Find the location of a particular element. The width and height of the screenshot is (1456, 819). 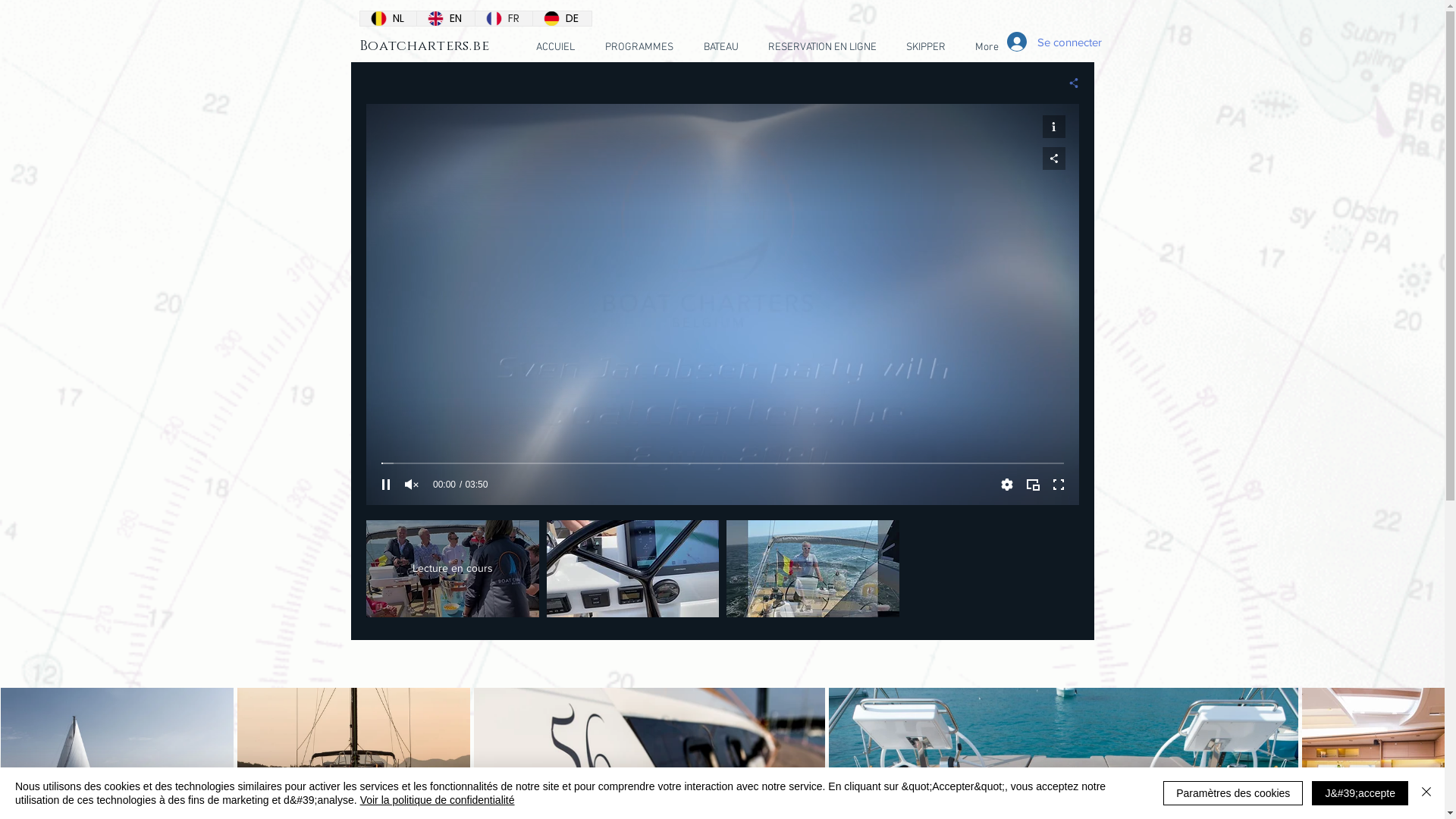

'FR' is located at coordinates (503, 18).